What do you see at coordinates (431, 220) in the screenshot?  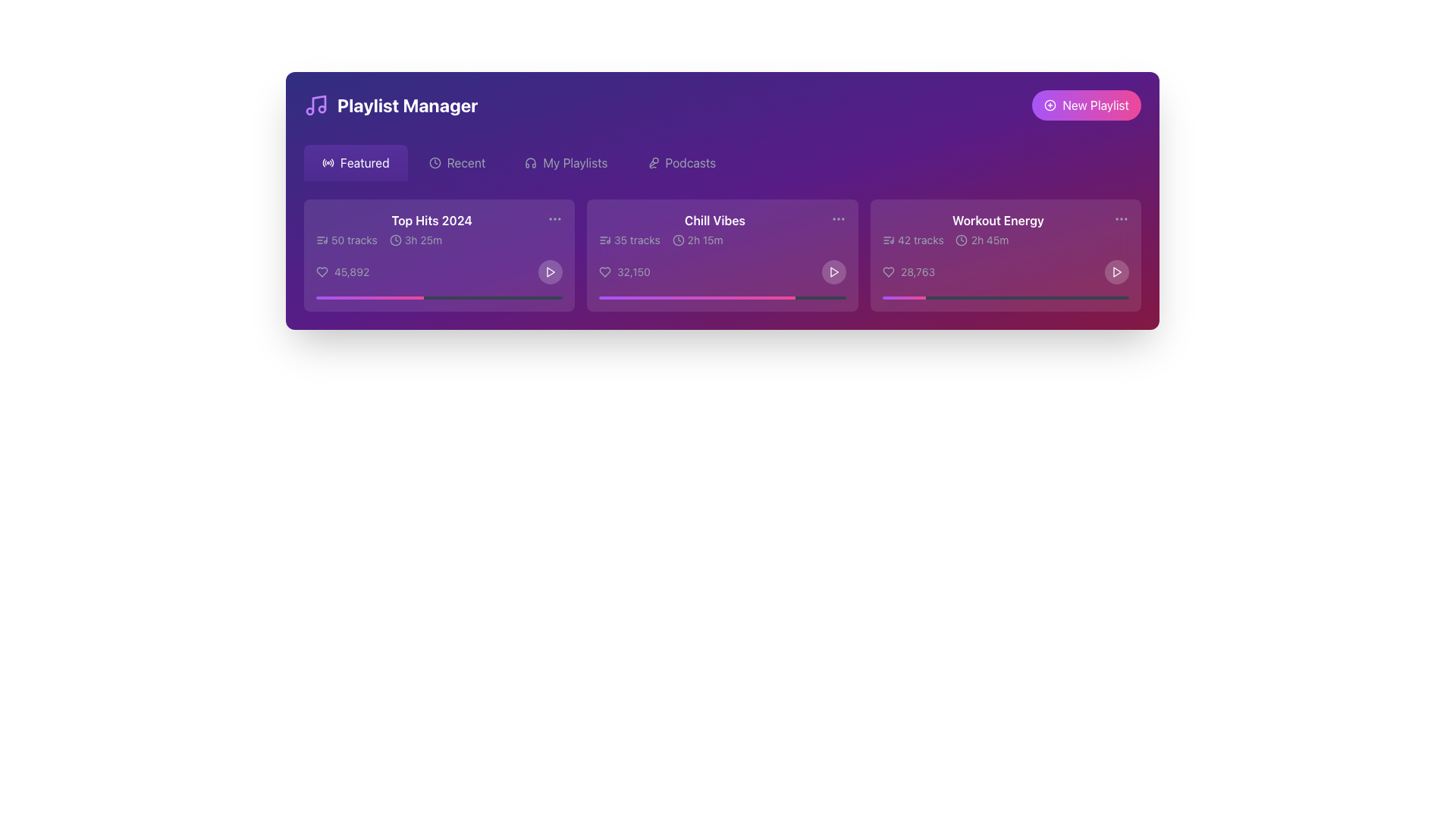 I see `the bold, white text label that reads 'Top Hits 2024', located at the top of the first playlist card` at bounding box center [431, 220].